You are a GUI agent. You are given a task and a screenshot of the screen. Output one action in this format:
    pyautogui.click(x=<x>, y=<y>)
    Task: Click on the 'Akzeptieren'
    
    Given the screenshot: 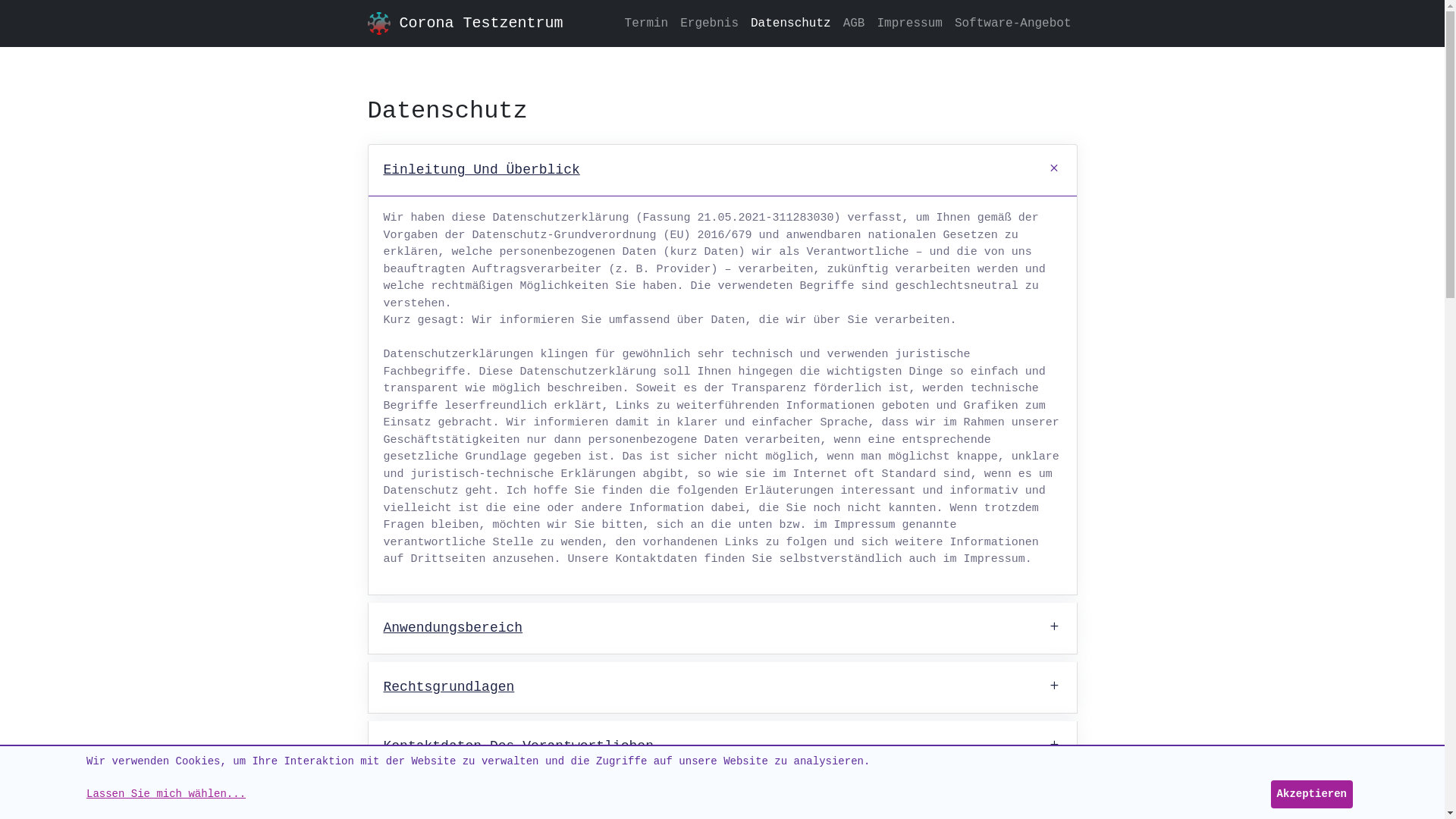 What is the action you would take?
    pyautogui.click(x=1310, y=793)
    